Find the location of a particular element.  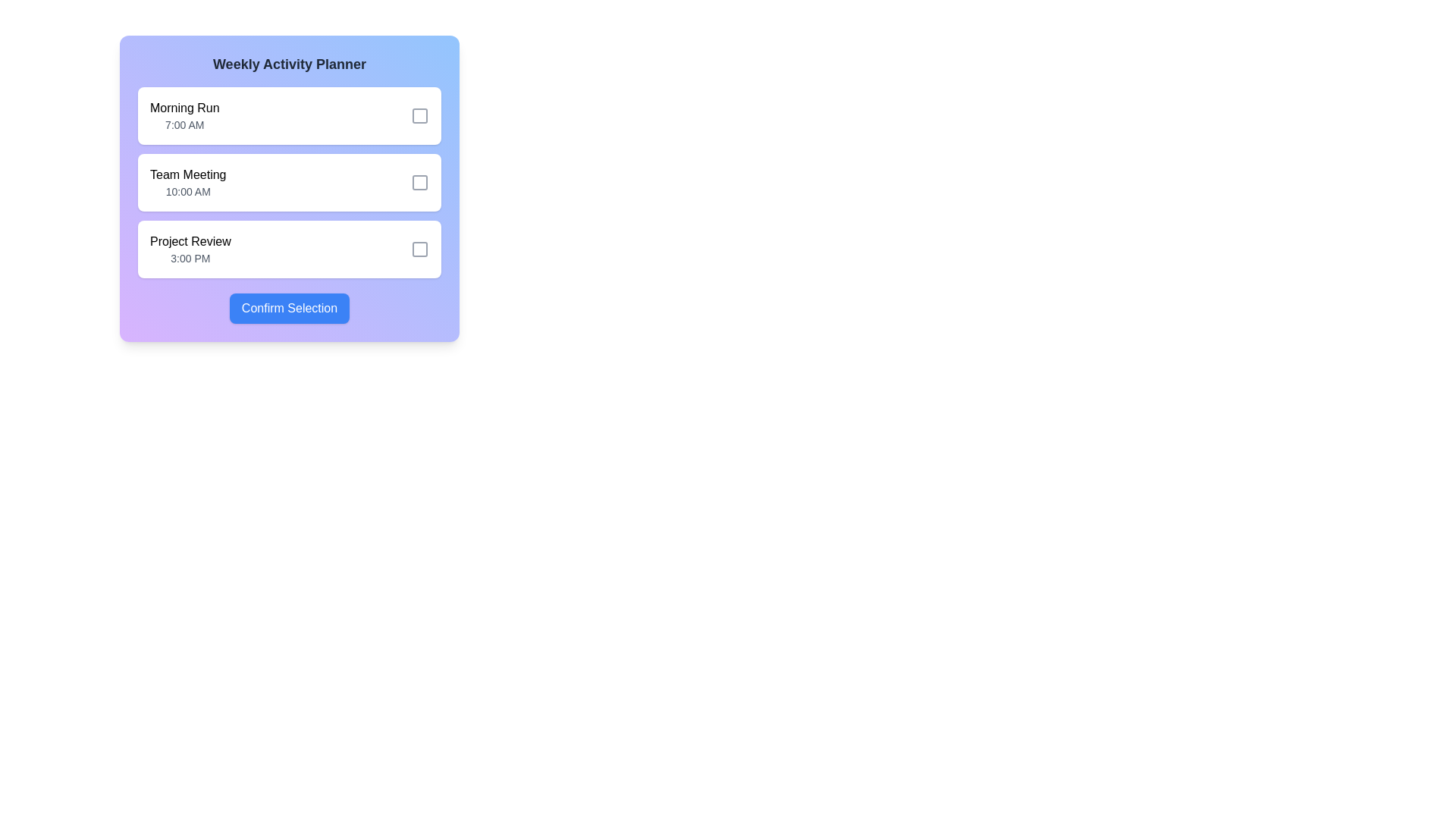

the Information Display Block that shows 'Team Meeting' and '10:00 AM' to read its content is located at coordinates (187, 181).